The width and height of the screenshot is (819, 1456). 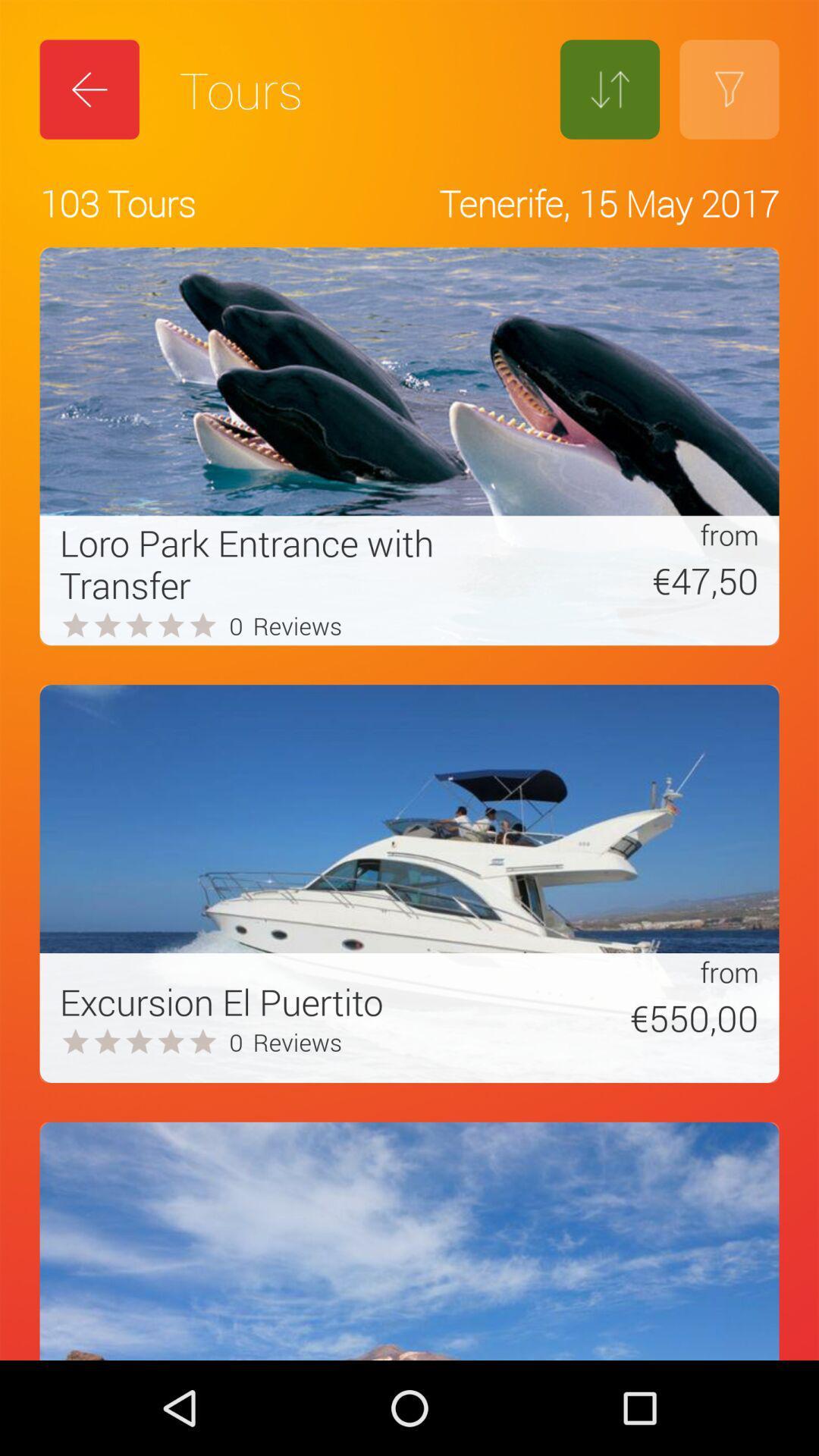 I want to click on the swap icon, so click(x=609, y=89).